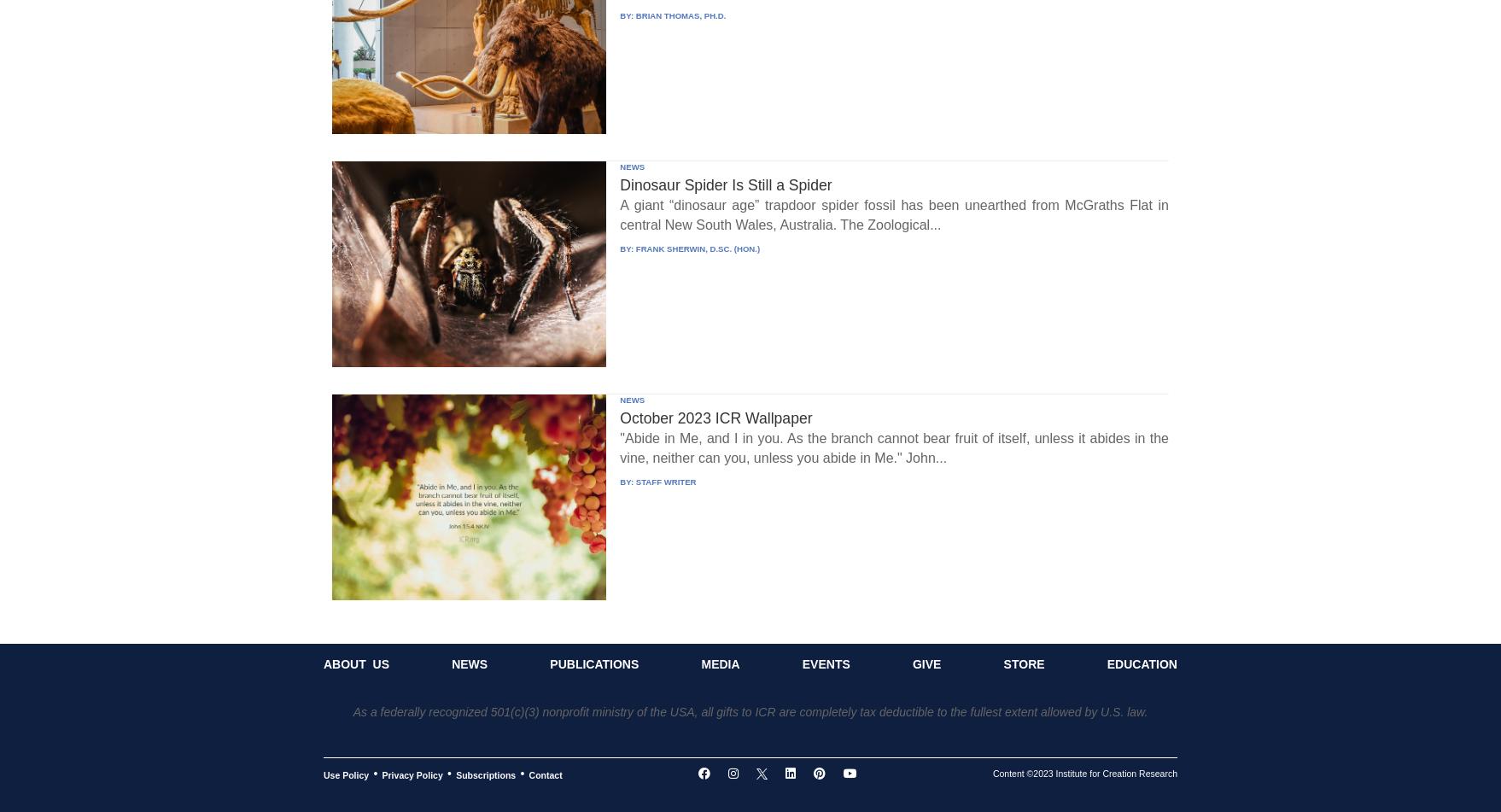 Image resolution: width=1501 pixels, height=812 pixels. Describe the element at coordinates (664, 480) in the screenshot. I see `'STAFF WRITER'` at that location.